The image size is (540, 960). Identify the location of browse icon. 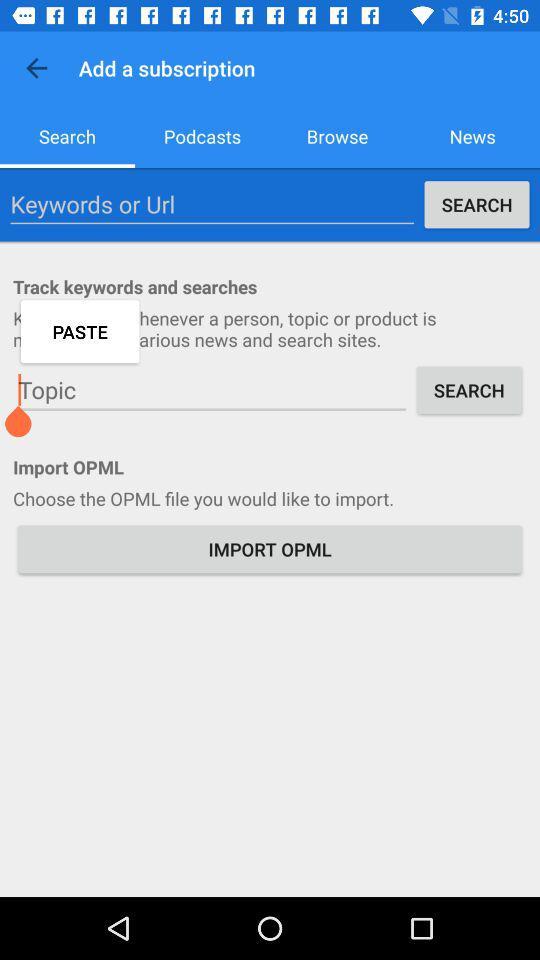
(337, 135).